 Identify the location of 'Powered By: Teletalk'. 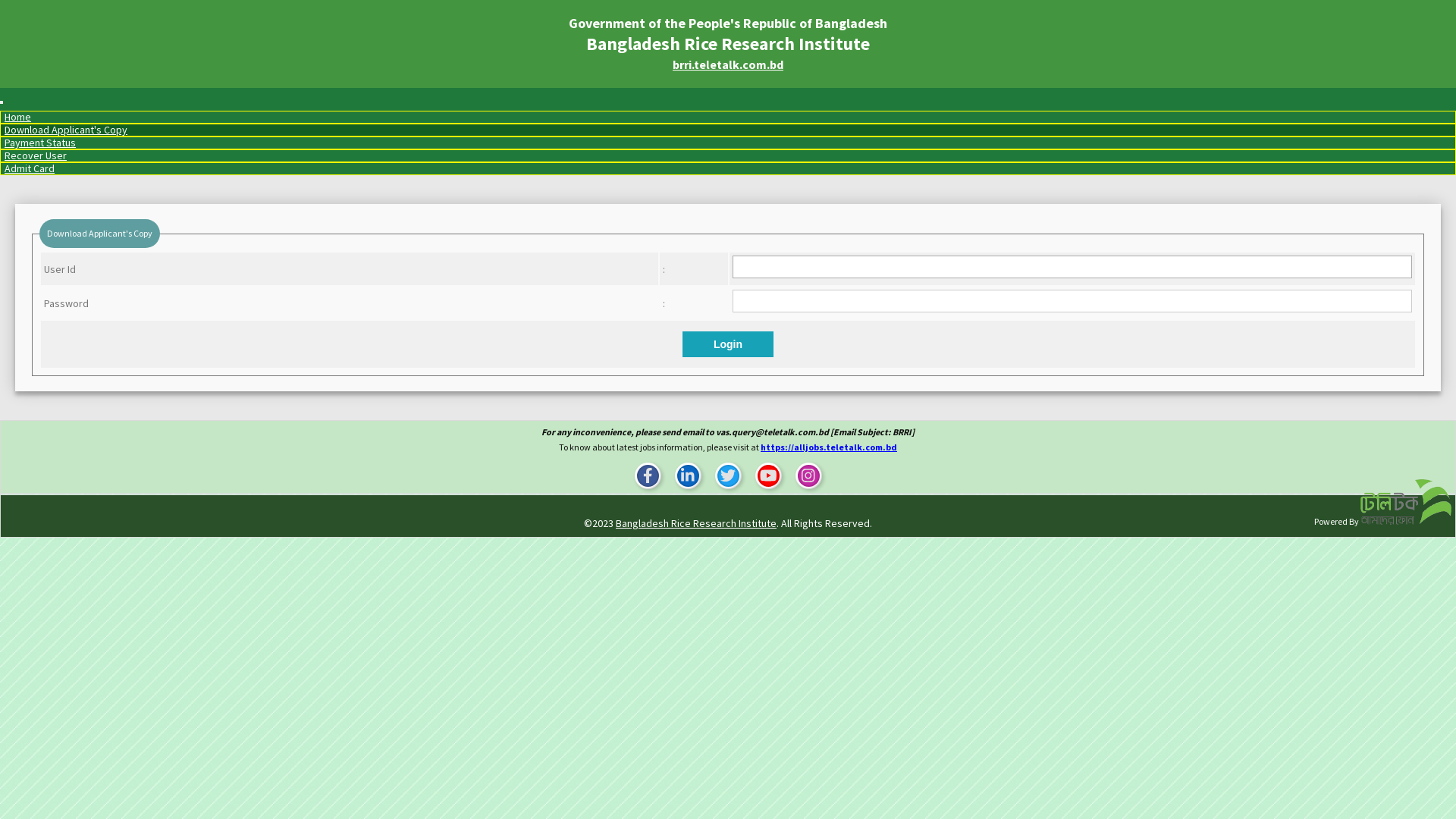
(1404, 502).